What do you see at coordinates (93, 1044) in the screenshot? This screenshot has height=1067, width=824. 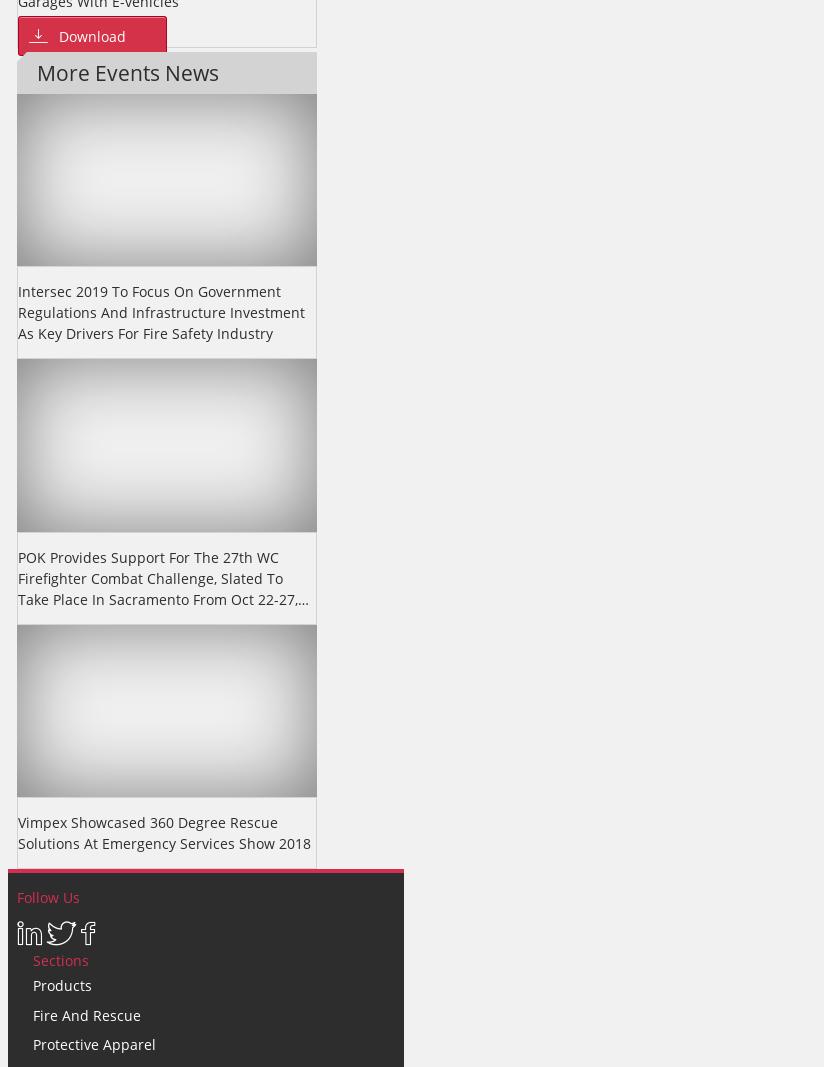 I see `'Protective Apparel'` at bounding box center [93, 1044].